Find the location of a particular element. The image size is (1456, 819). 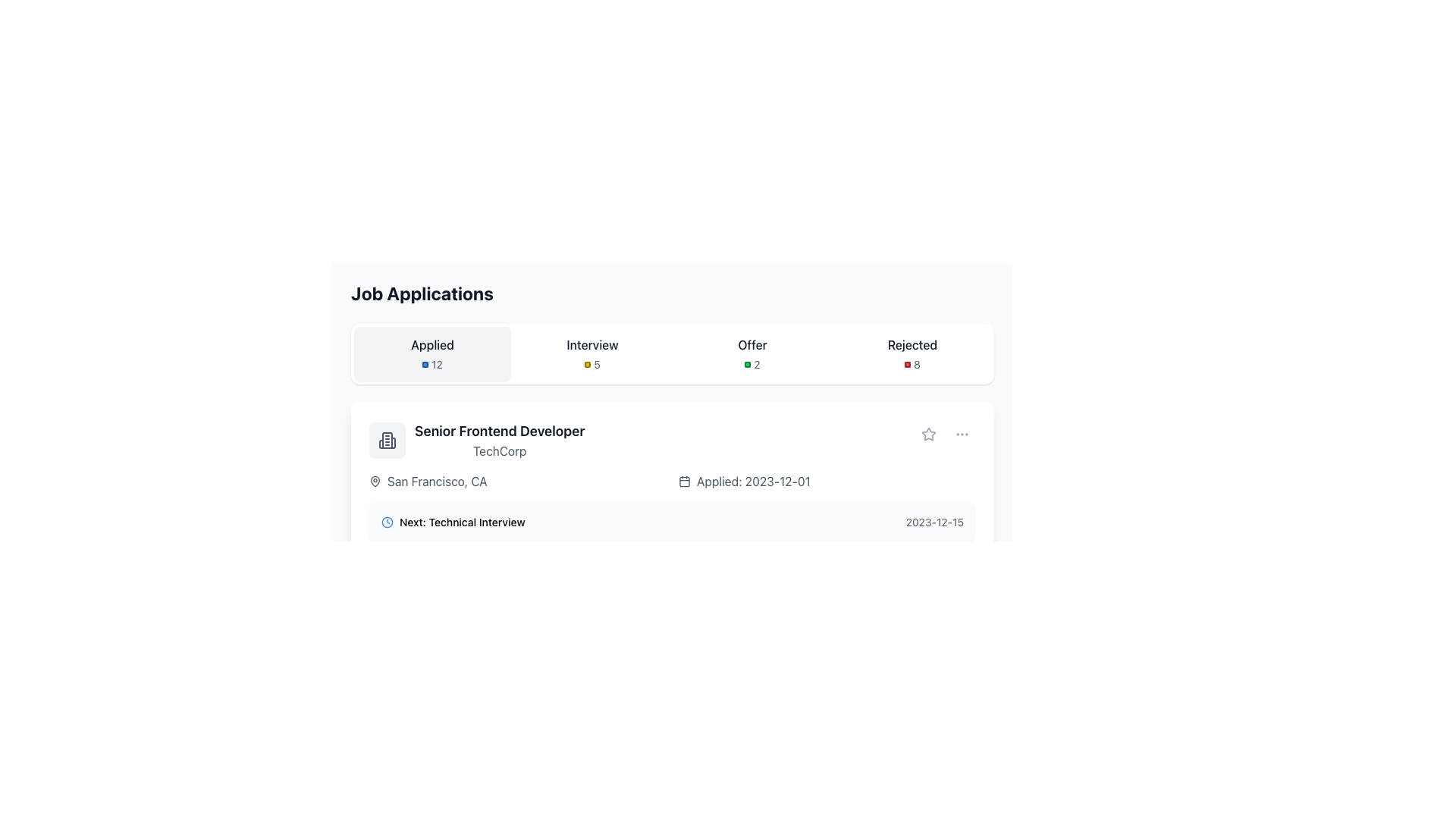

the star-shaped button with a hollow center to favorite the associated job application is located at coordinates (927, 435).